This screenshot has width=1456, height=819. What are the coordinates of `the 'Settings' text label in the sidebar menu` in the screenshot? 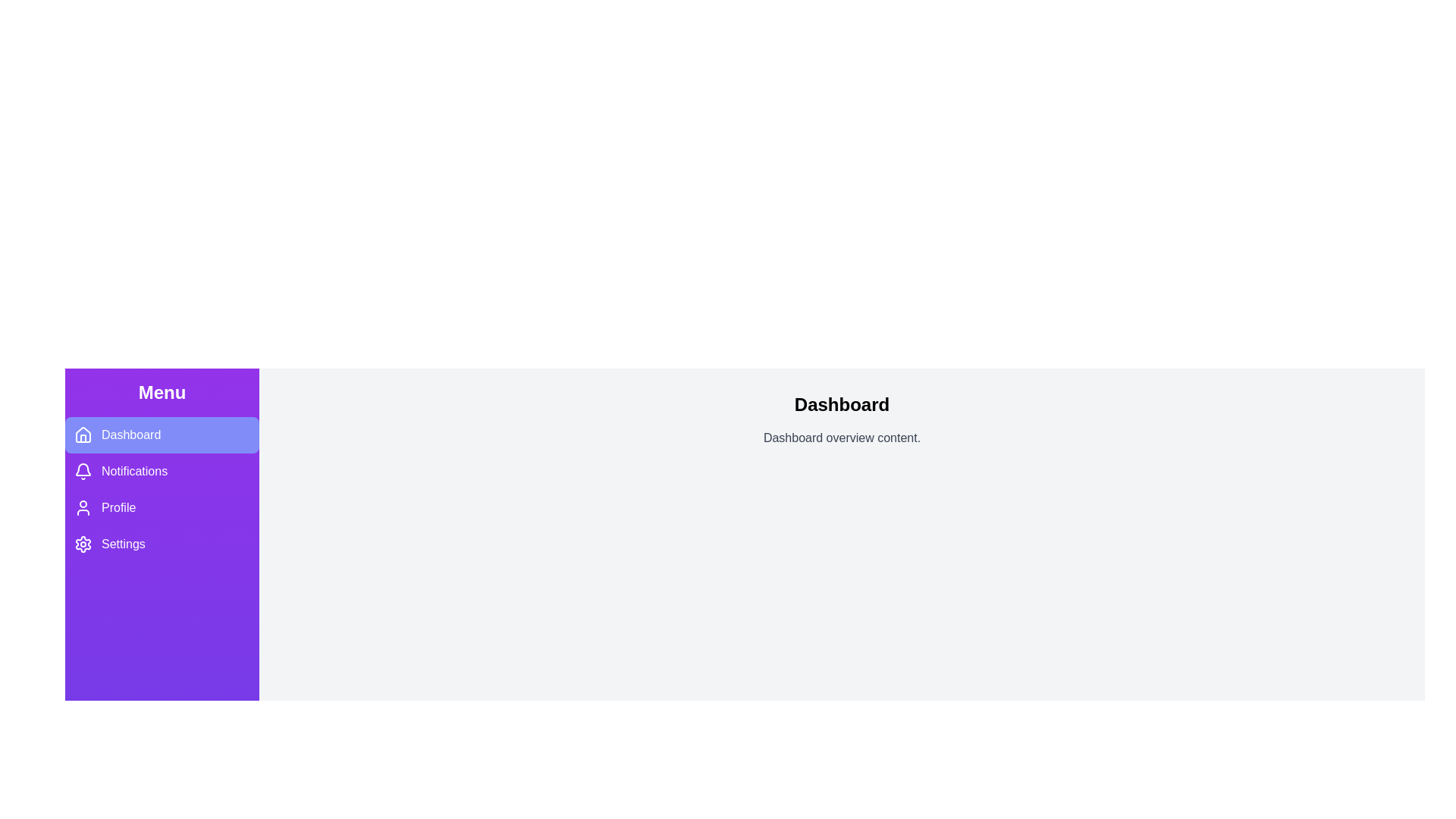 It's located at (123, 543).